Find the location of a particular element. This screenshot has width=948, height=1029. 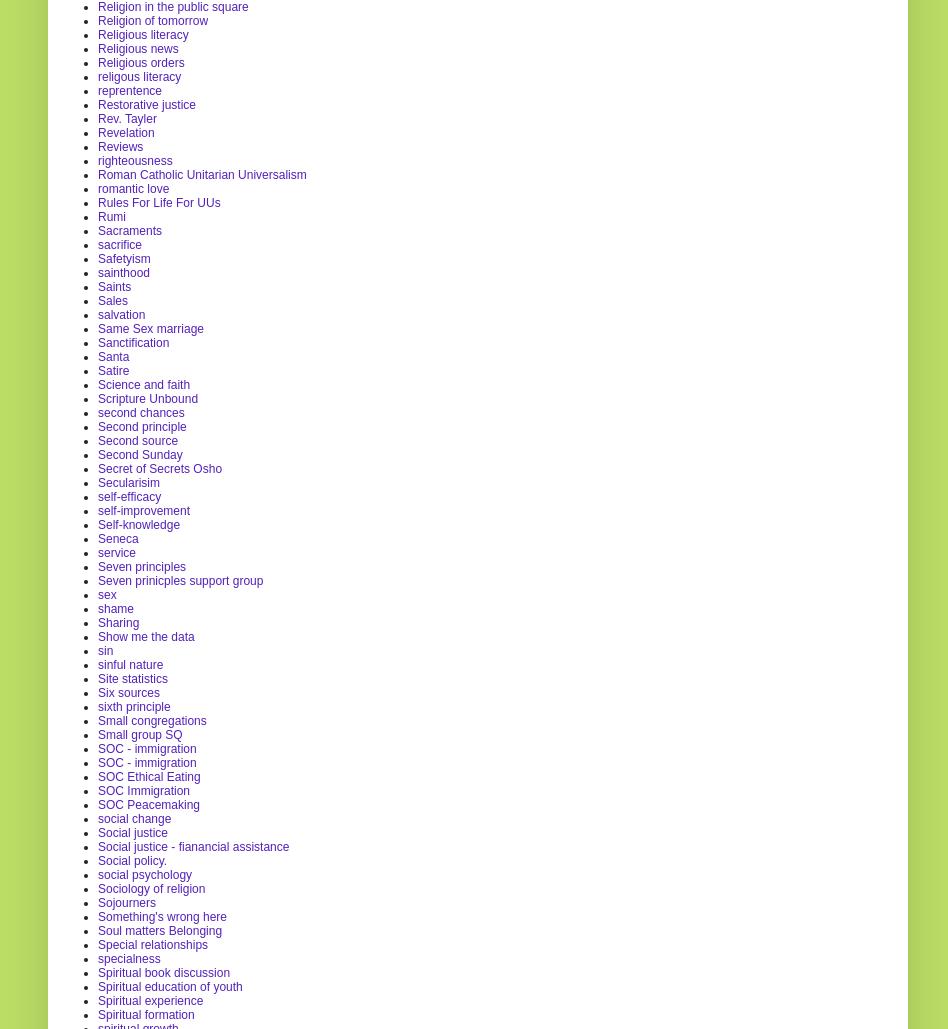

'Social policy.' is located at coordinates (131, 859).